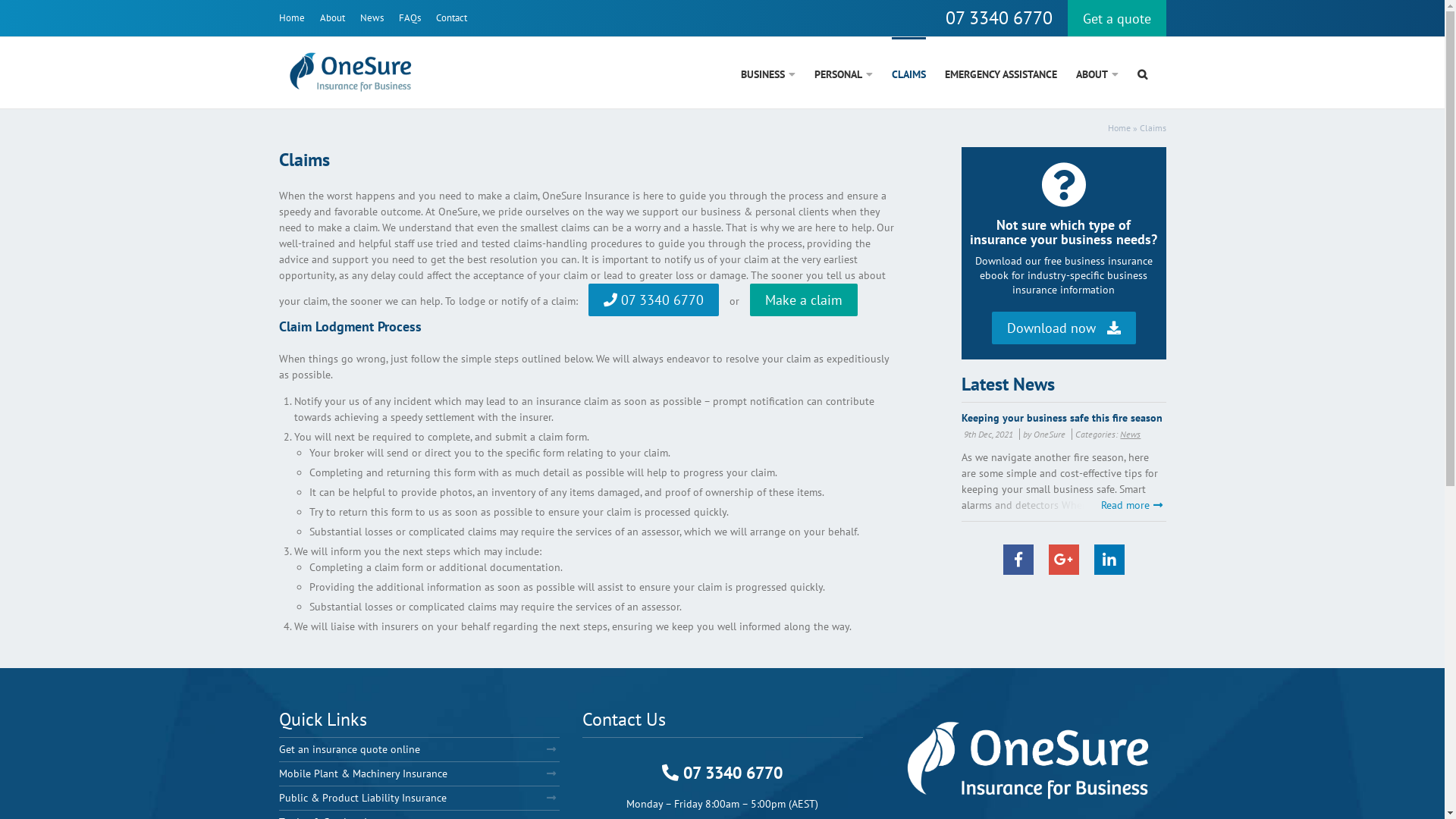 Image resolution: width=1456 pixels, height=819 pixels. What do you see at coordinates (450, 17) in the screenshot?
I see `'Contact'` at bounding box center [450, 17].